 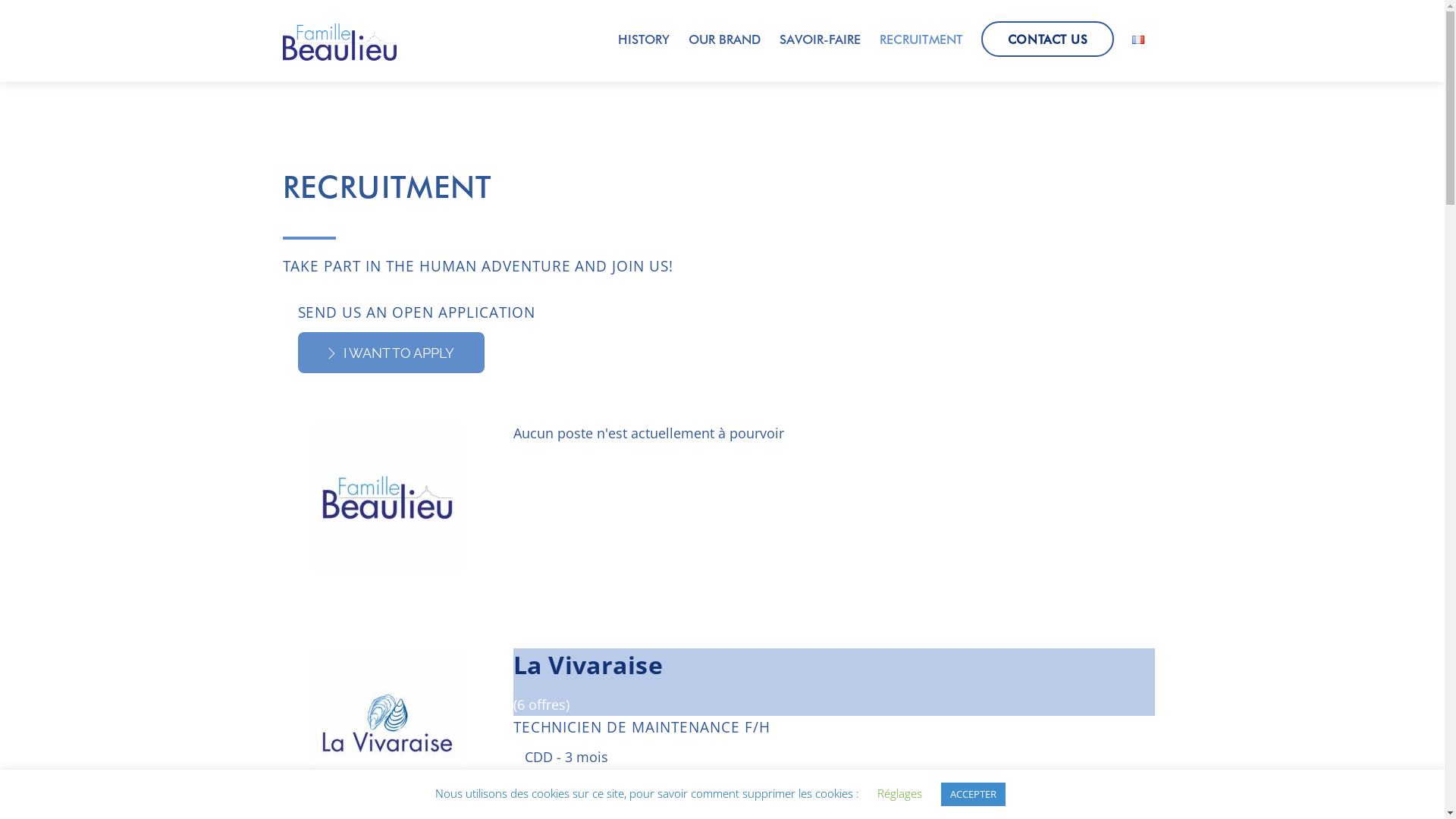 I want to click on 'I WANT TO APPLY', so click(x=390, y=352).